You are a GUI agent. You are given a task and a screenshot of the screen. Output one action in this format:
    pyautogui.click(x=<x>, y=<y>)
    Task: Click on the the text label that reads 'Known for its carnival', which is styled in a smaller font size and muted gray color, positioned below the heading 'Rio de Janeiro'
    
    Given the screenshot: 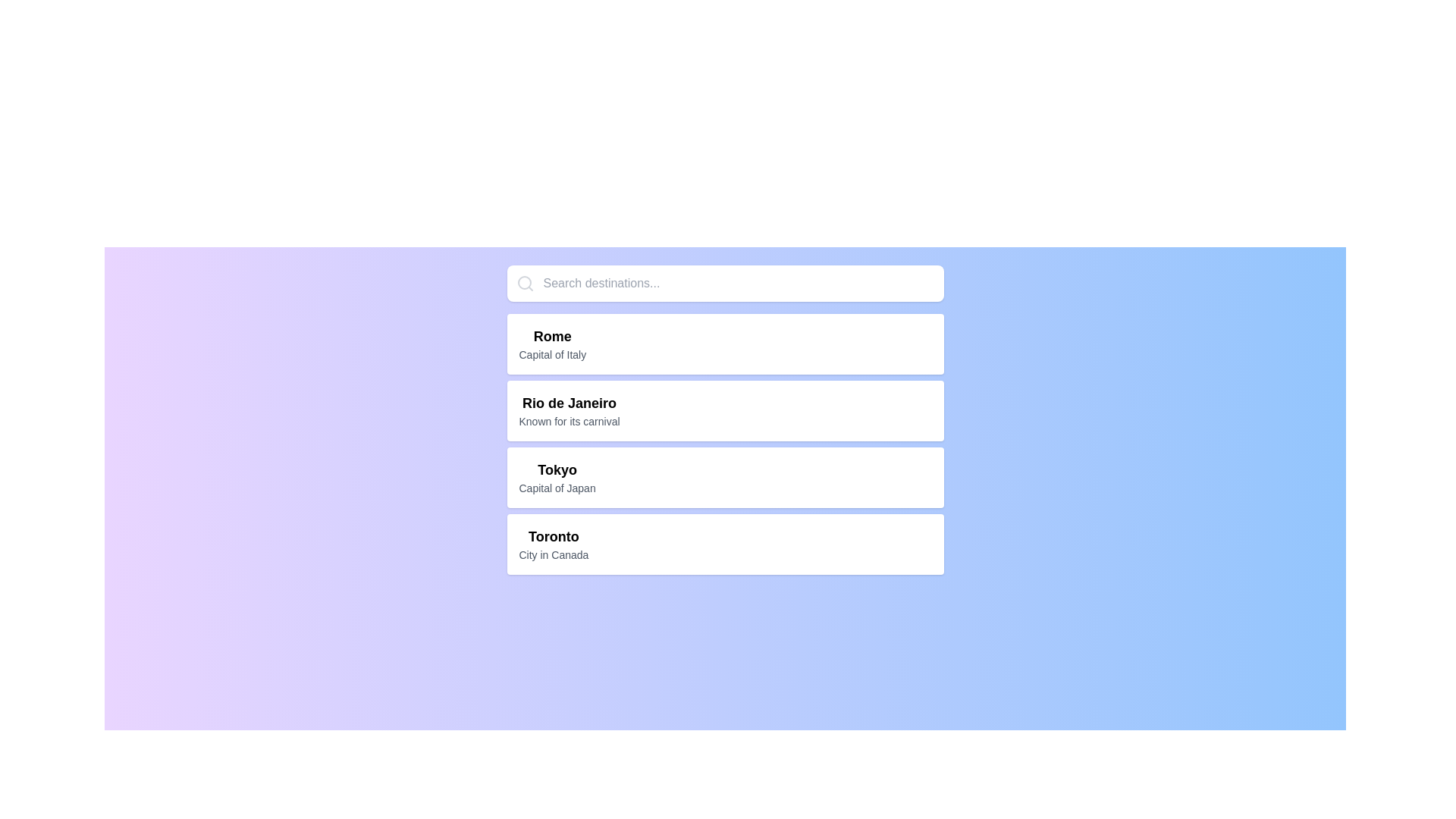 What is the action you would take?
    pyautogui.click(x=569, y=421)
    